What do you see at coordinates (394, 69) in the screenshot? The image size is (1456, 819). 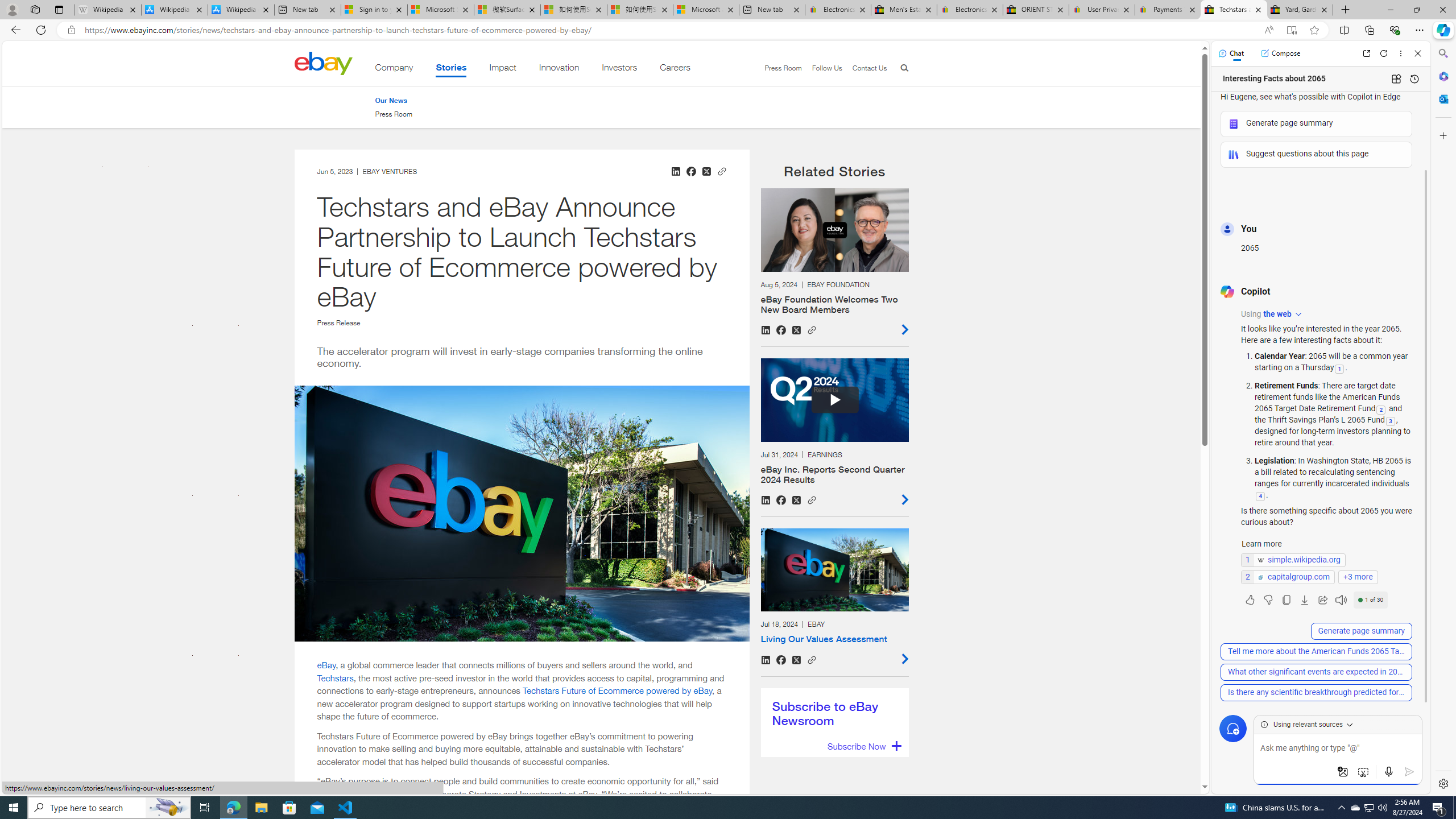 I see `'Company'` at bounding box center [394, 69].